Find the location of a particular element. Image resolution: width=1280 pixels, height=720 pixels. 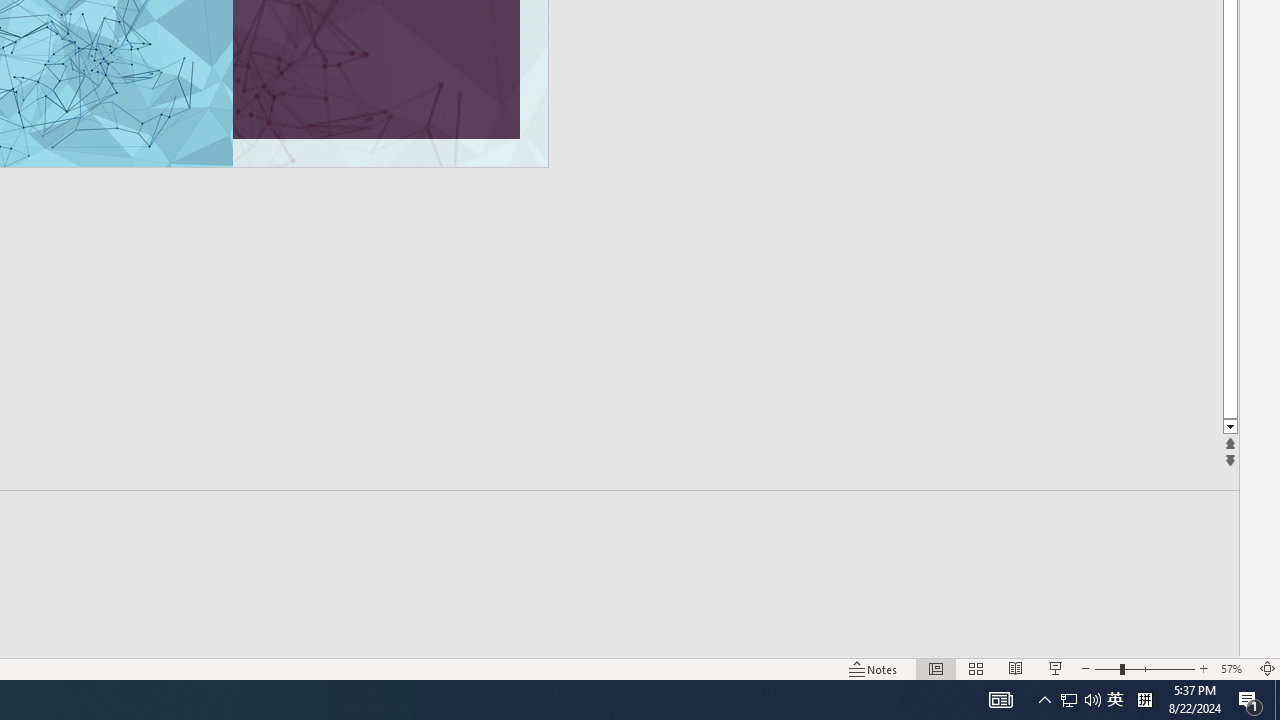

'Notes ' is located at coordinates (874, 669).